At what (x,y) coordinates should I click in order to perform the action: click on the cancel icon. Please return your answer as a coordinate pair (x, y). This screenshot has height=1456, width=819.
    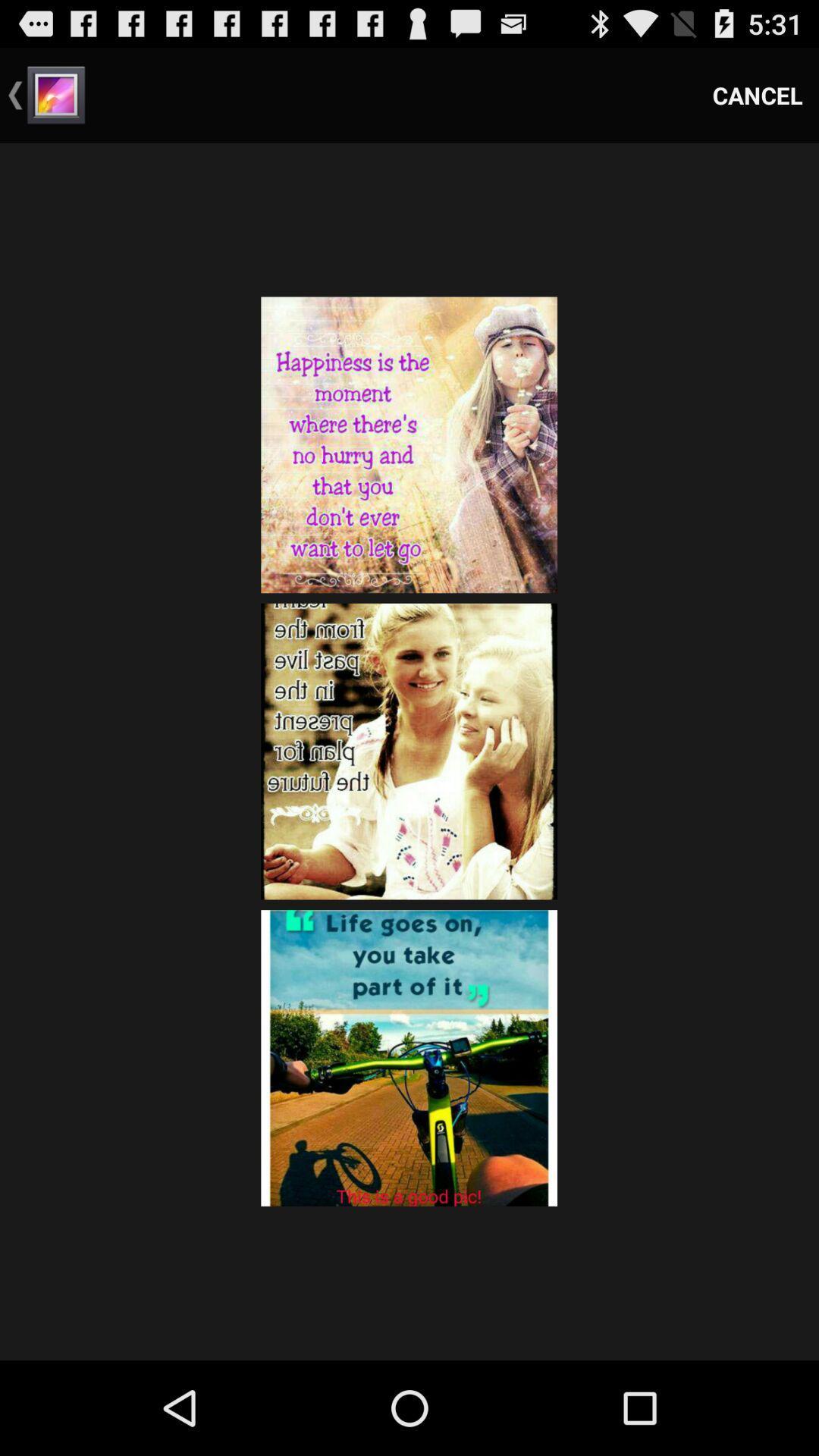
    Looking at the image, I should click on (758, 94).